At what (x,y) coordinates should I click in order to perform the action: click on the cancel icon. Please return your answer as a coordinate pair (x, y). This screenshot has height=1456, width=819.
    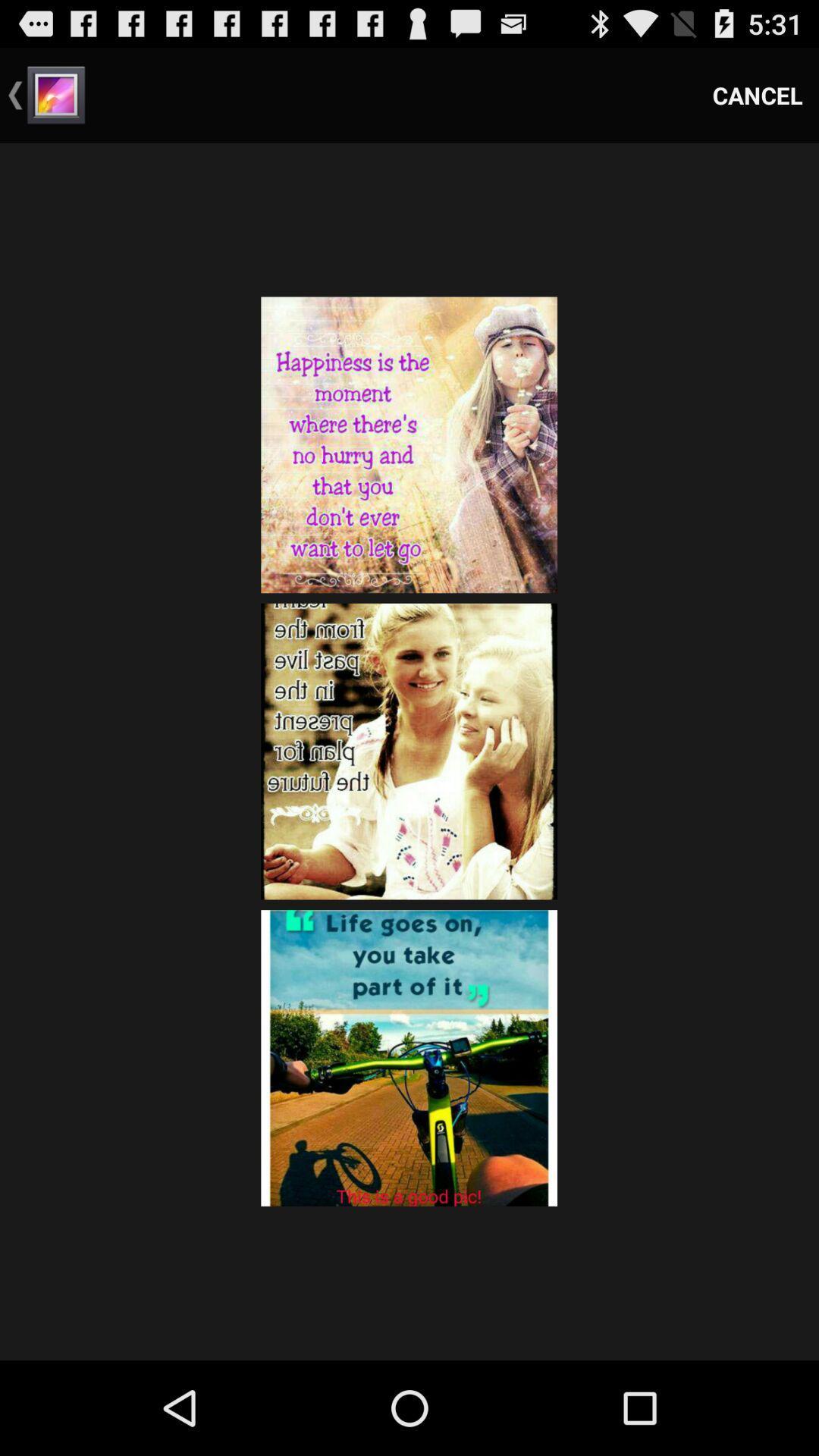
    Looking at the image, I should click on (758, 94).